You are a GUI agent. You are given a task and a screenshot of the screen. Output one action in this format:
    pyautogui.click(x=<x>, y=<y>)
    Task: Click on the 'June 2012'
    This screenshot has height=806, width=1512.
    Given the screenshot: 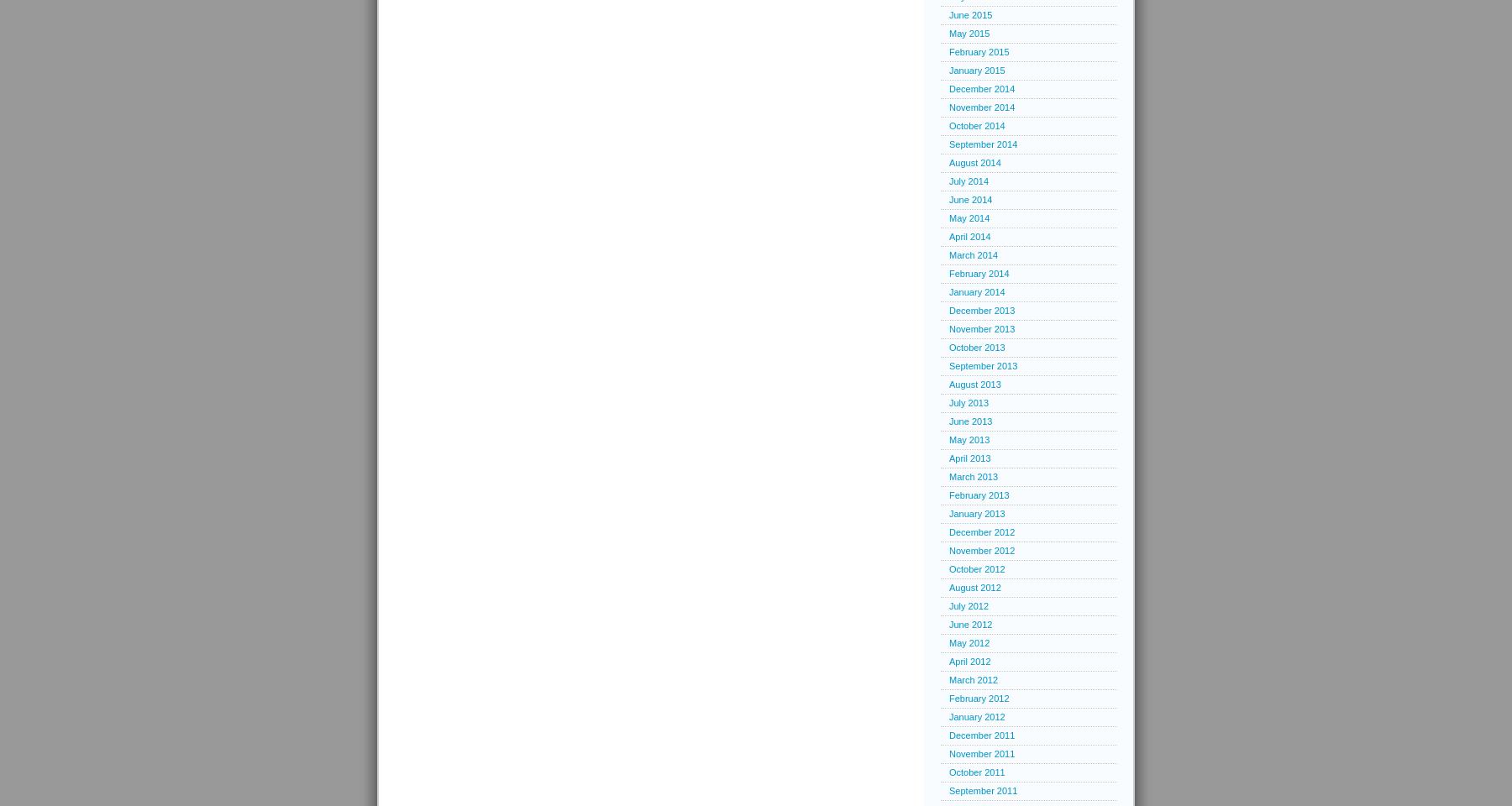 What is the action you would take?
    pyautogui.click(x=969, y=624)
    